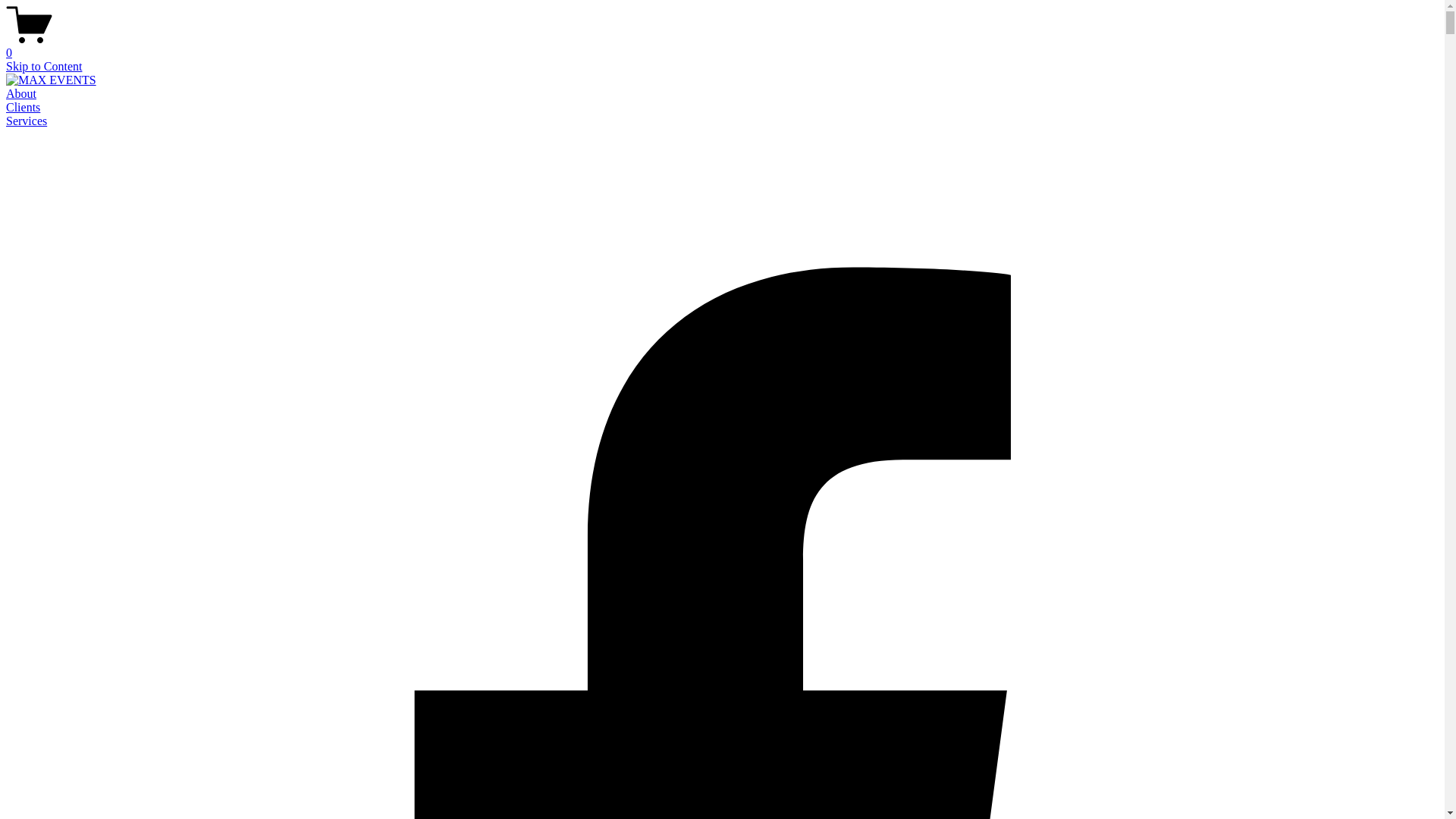 The width and height of the screenshot is (1456, 819). What do you see at coordinates (6, 120) in the screenshot?
I see `'Services'` at bounding box center [6, 120].